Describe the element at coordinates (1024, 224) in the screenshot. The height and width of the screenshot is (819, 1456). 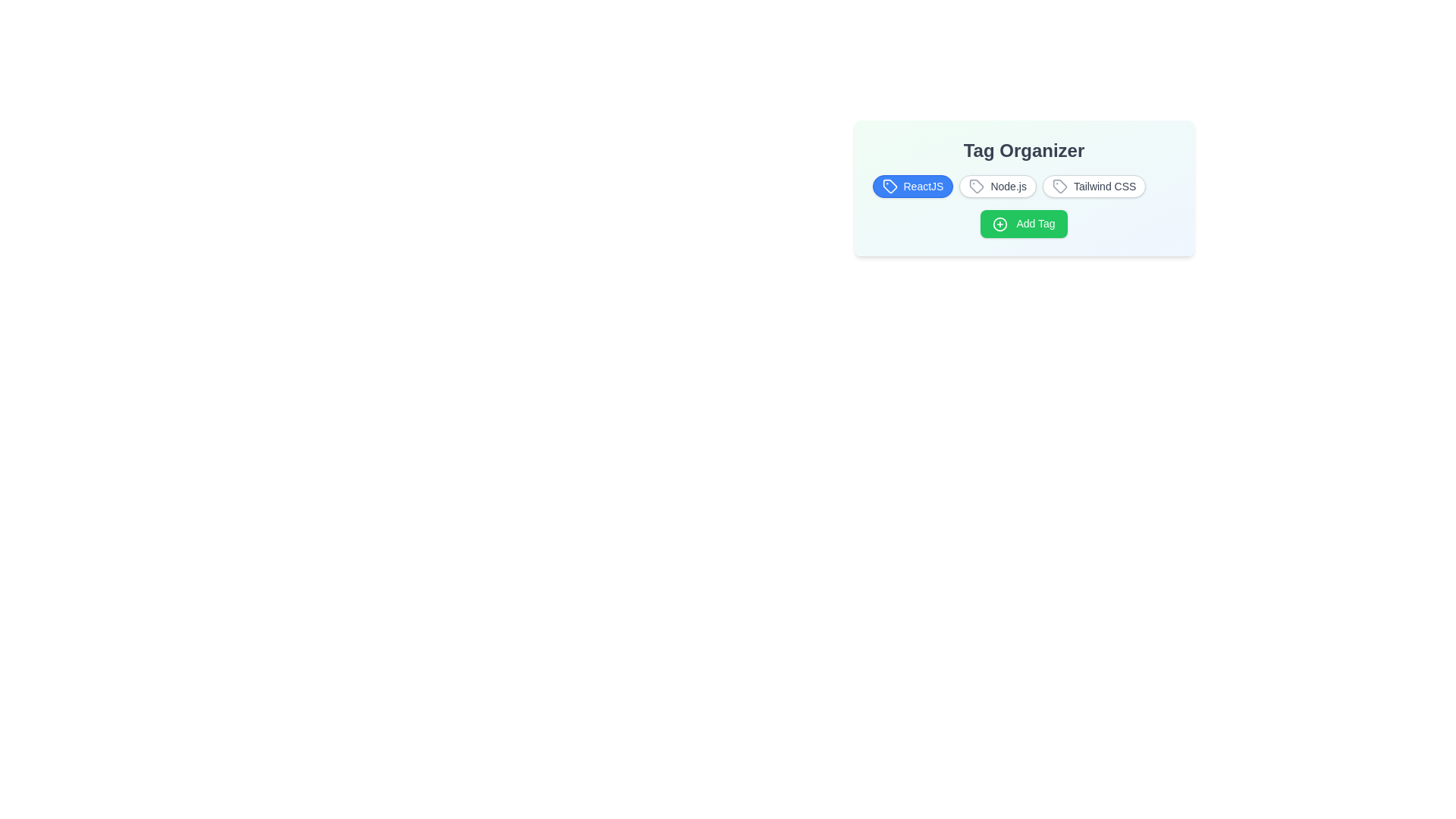
I see `the 'Add Tag' button to add a new tag` at that location.